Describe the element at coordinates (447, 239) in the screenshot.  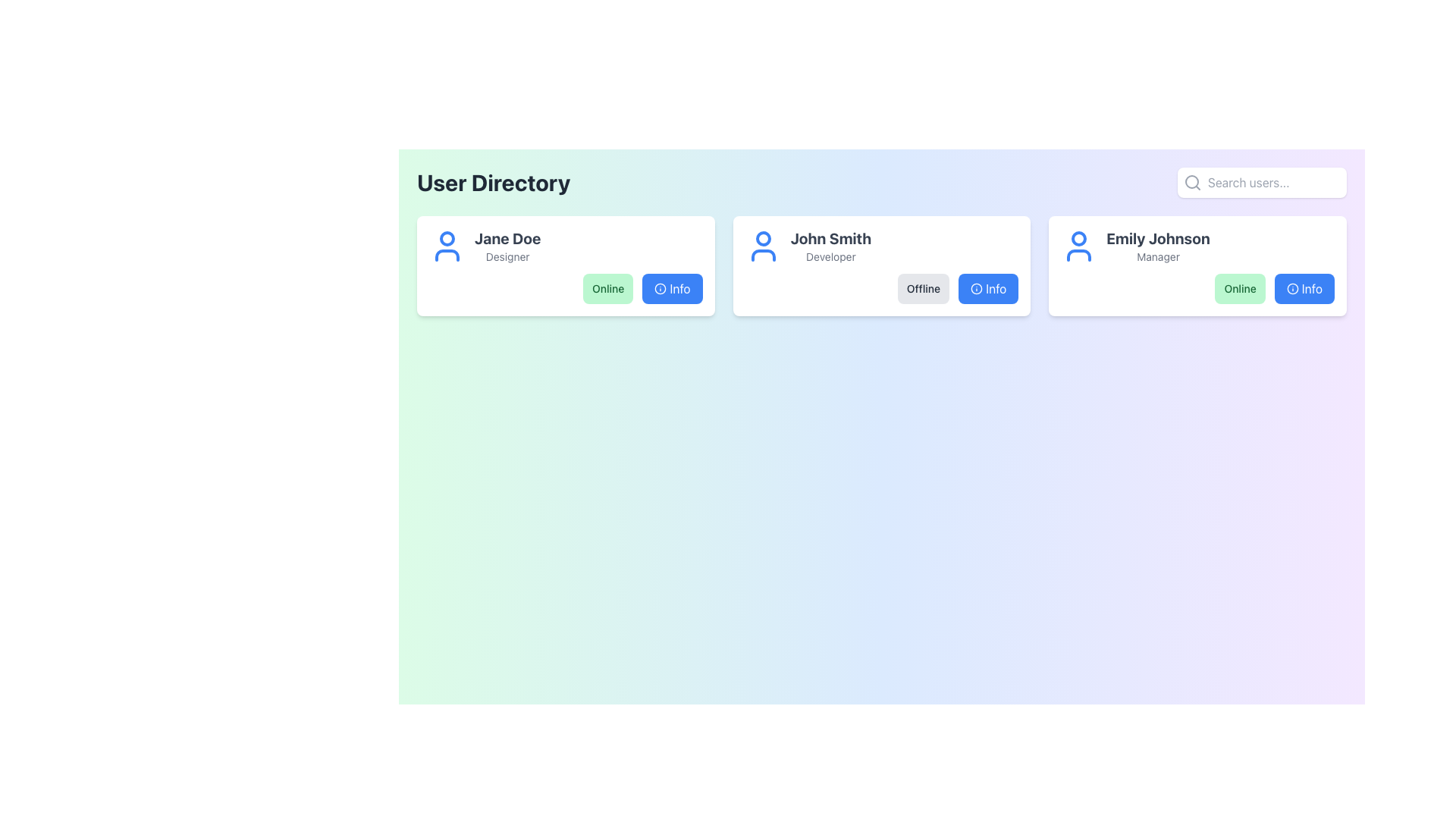
I see `the SVG Circle representing the user icon located at the top center of the user card in the User Directory interface` at that location.